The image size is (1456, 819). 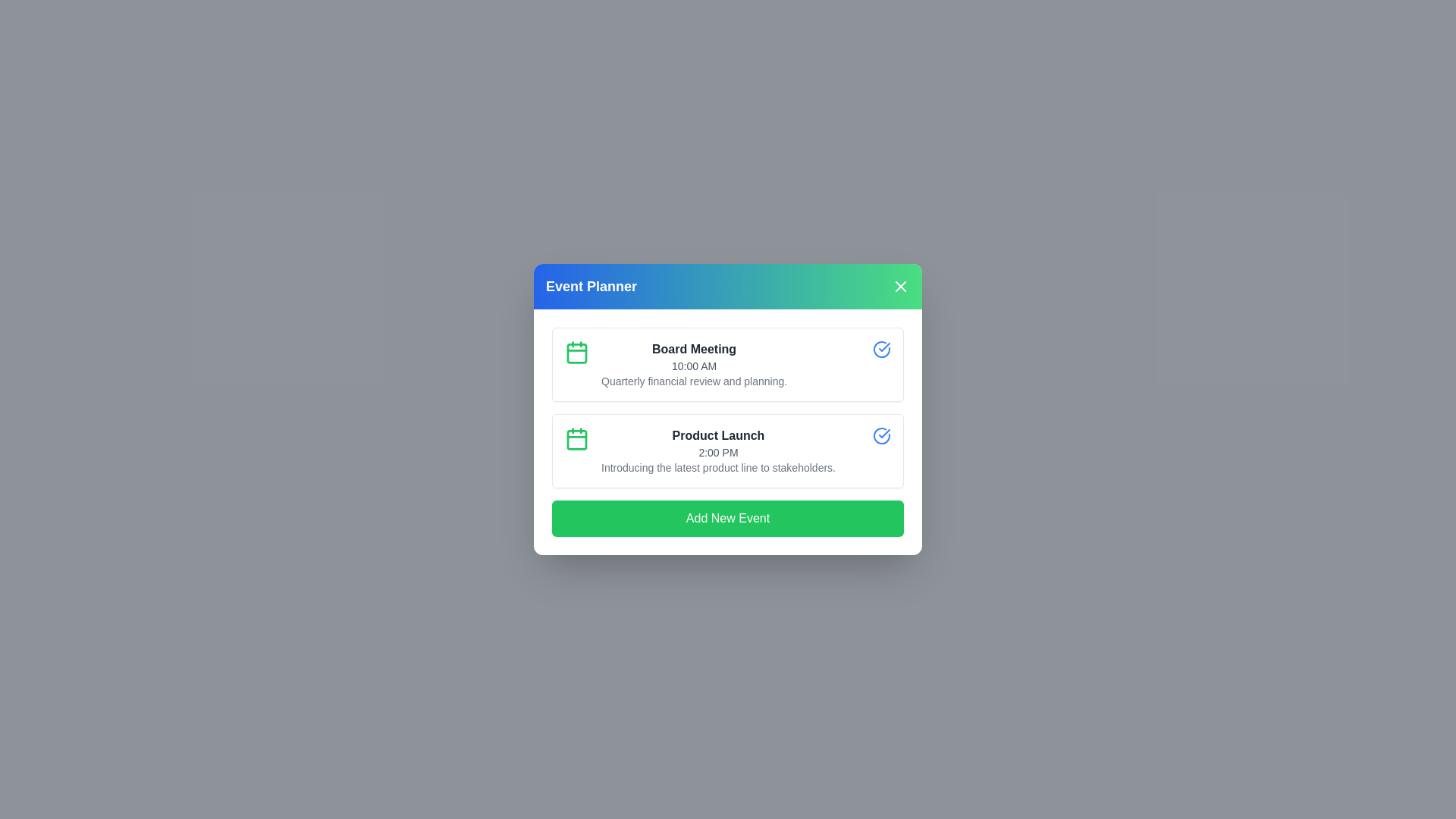 I want to click on static text label that describes the event 'Board Meeting' and provides details about 'Quarterly financial review and planning.' This label is the third line of text in the event entry within the 'Event Planner' panel, so click(x=693, y=380).